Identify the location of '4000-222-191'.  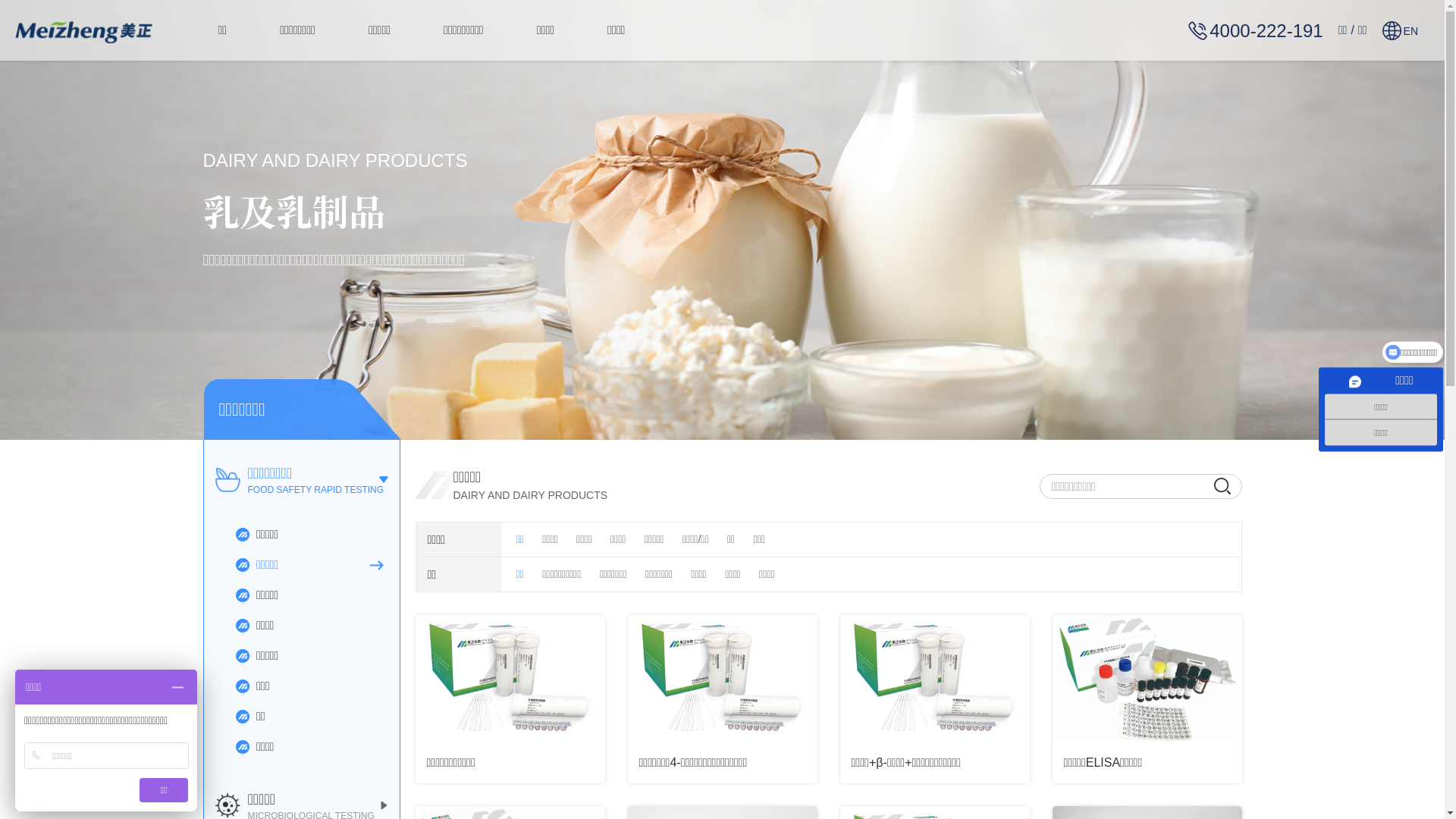
(1255, 30).